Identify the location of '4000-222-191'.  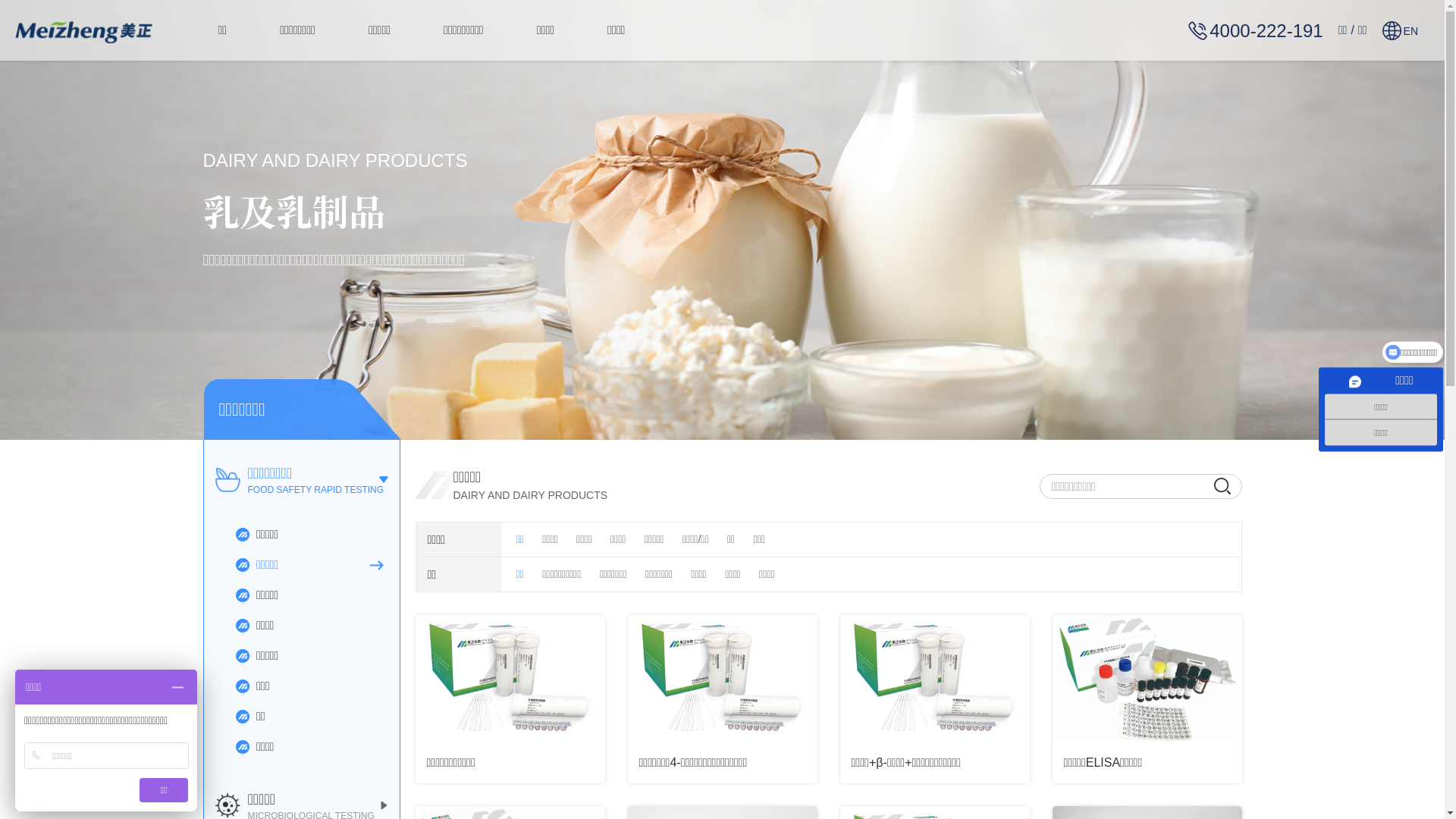
(1255, 30).